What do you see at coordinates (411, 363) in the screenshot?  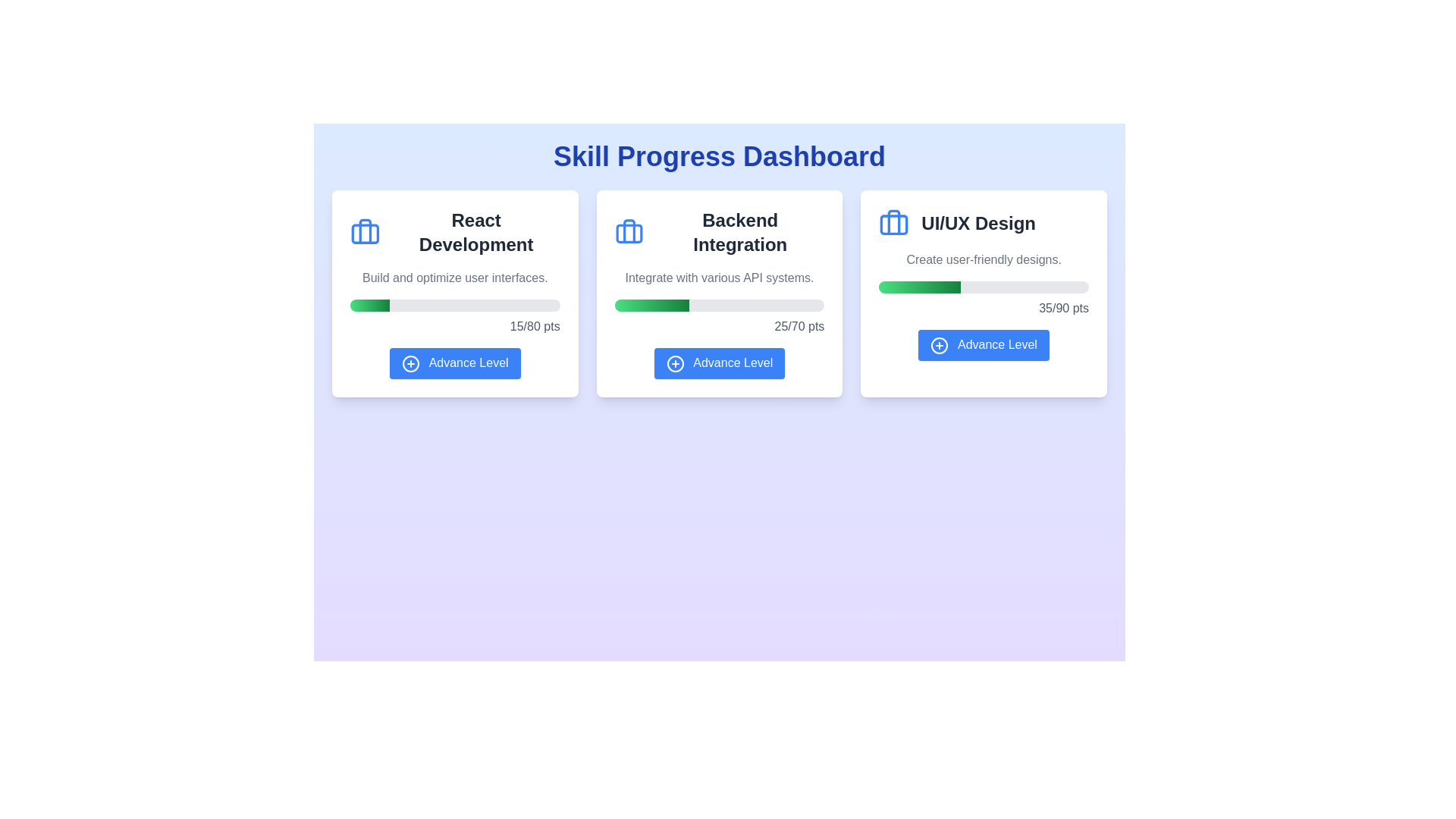 I see `the circular icon with a plus sign located to the left of the text in the 'Advance Level' button on the 'React Development' card` at bounding box center [411, 363].